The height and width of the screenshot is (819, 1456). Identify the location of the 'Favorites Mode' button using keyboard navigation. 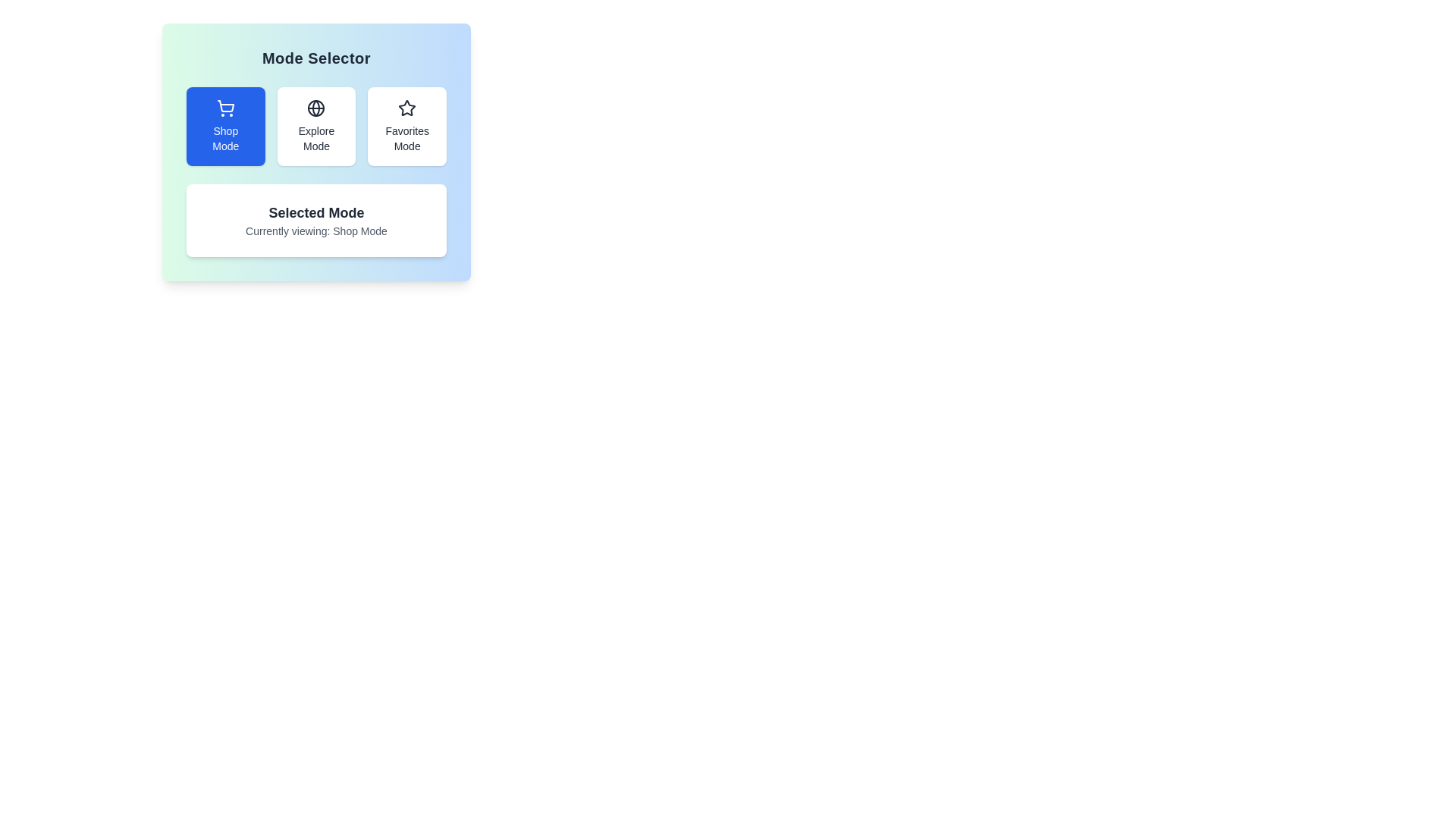
(407, 125).